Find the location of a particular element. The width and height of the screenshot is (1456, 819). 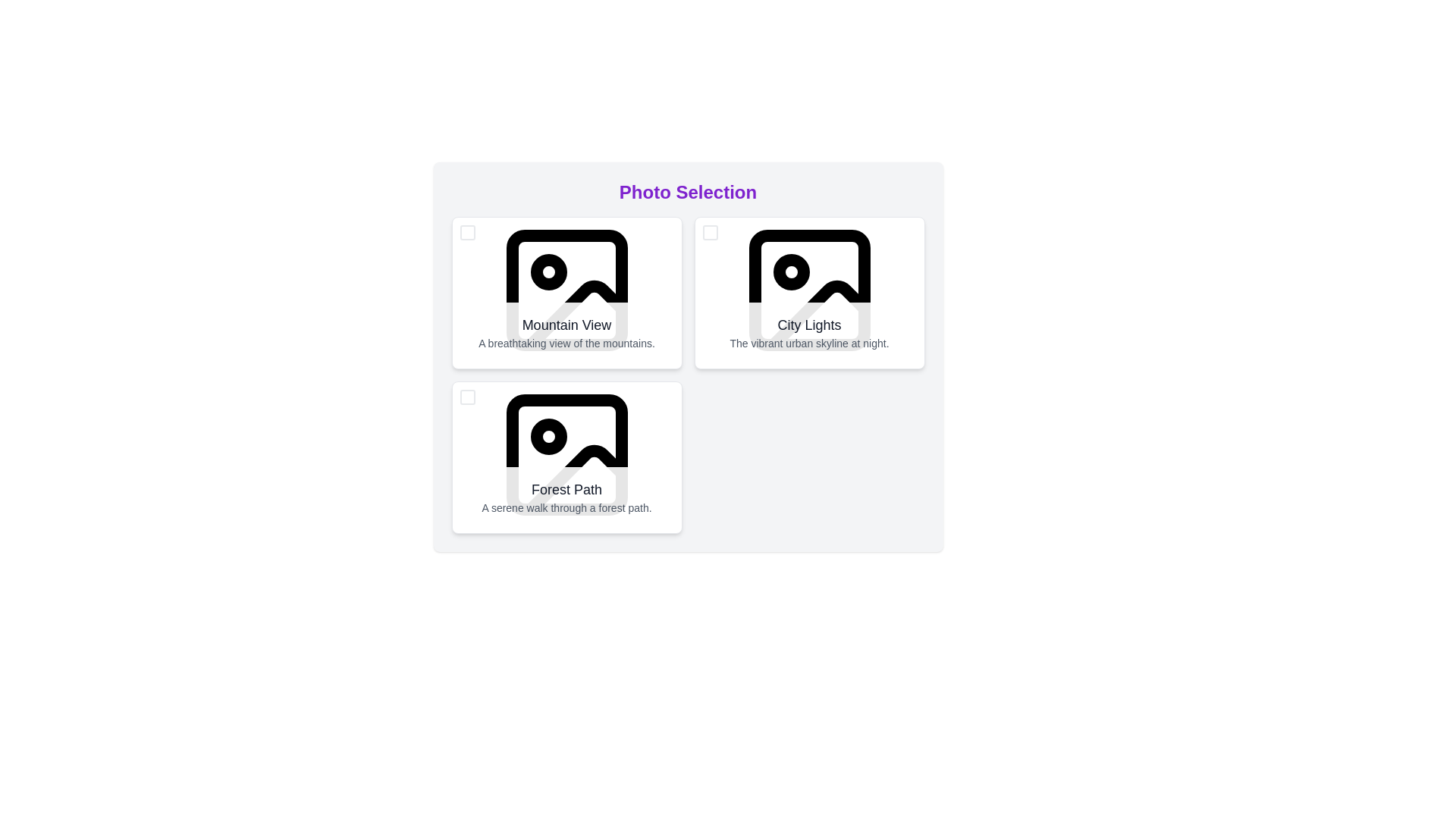

the small circular graphic with a white fill and black outline located at the top left corner of the 'Mountain View' thumbnail is located at coordinates (548, 271).